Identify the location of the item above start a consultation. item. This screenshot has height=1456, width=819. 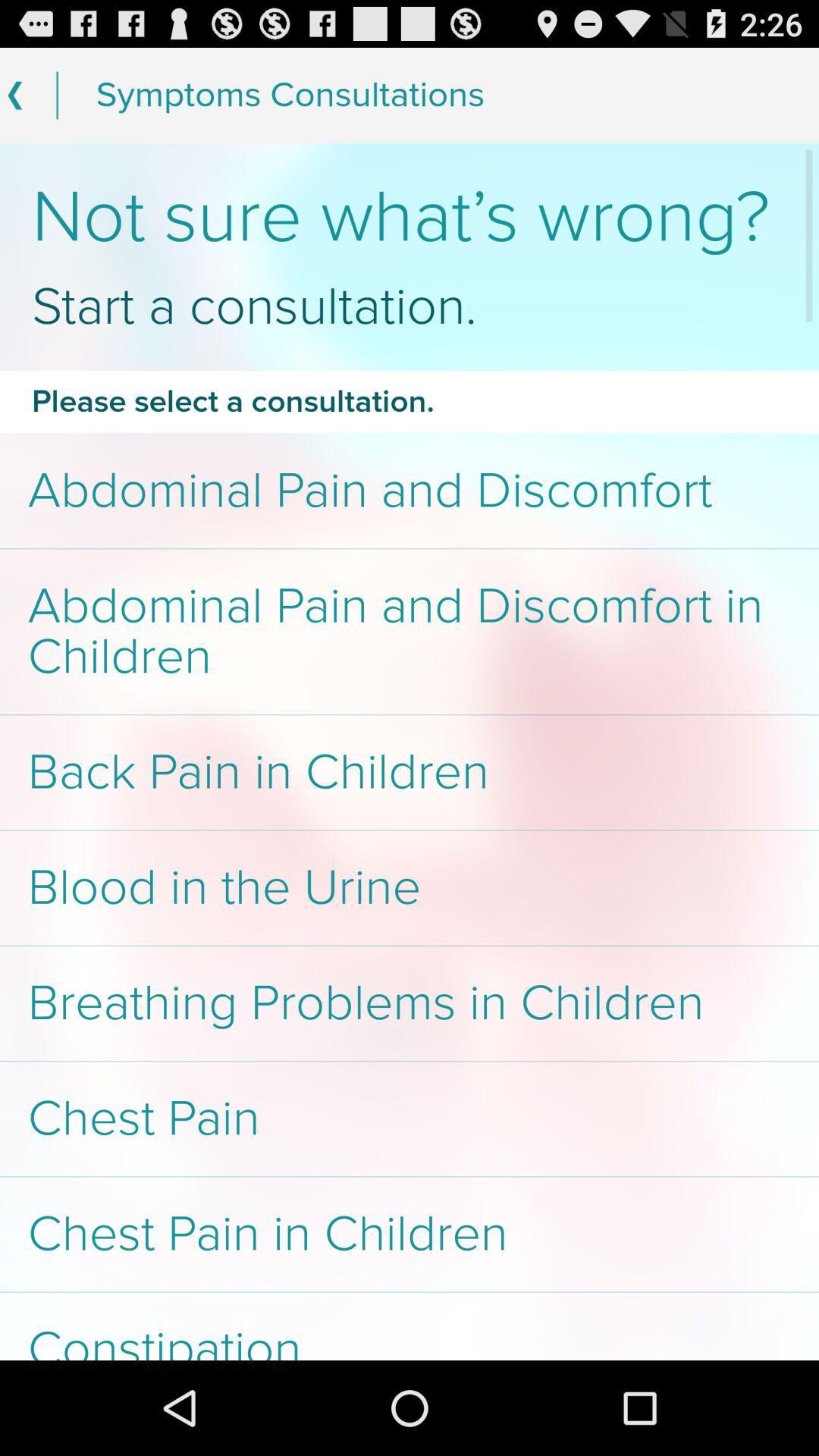
(409, 217).